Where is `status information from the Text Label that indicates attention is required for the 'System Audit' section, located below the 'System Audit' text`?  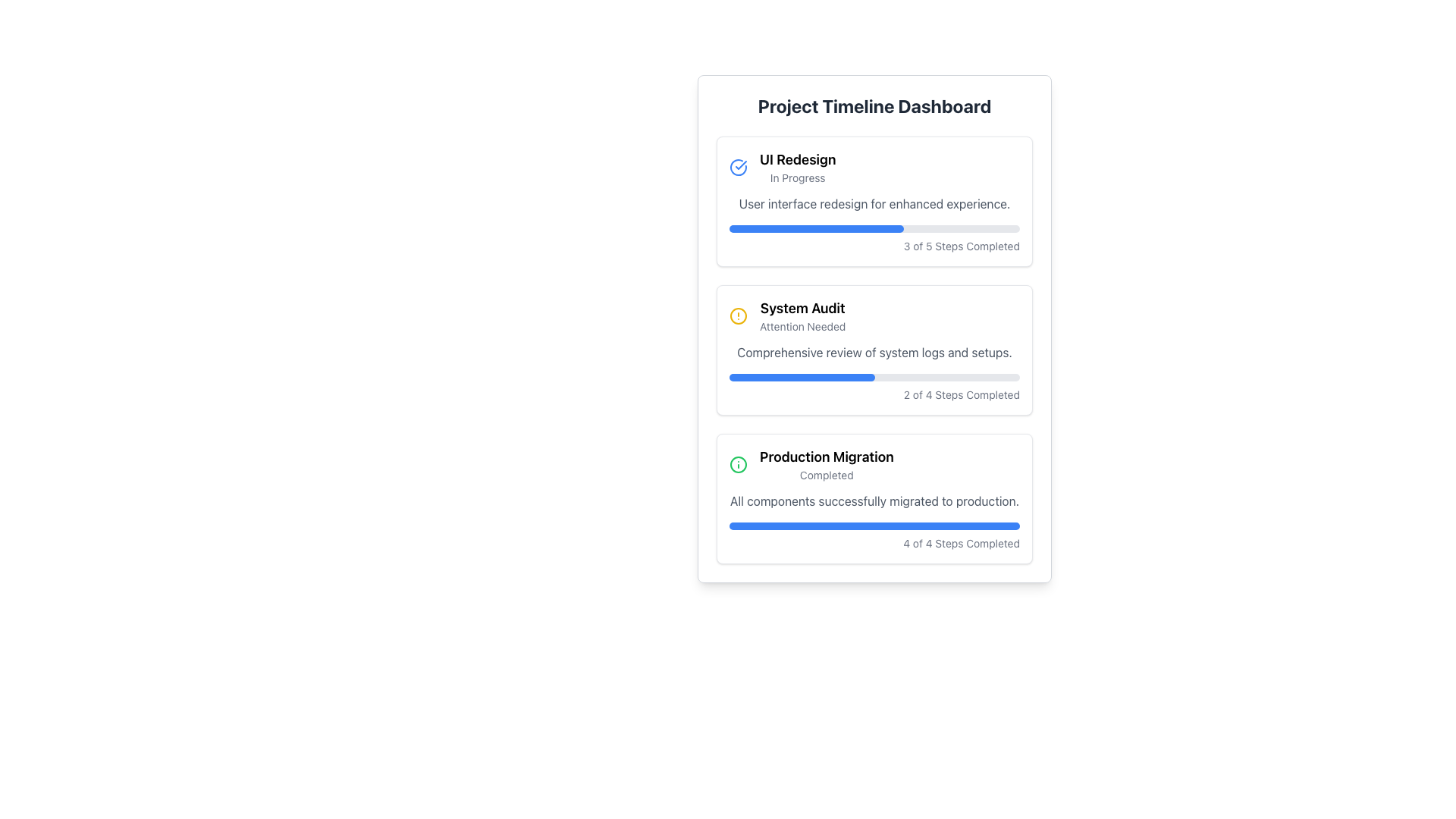 status information from the Text Label that indicates attention is required for the 'System Audit' section, located below the 'System Audit' text is located at coordinates (802, 326).